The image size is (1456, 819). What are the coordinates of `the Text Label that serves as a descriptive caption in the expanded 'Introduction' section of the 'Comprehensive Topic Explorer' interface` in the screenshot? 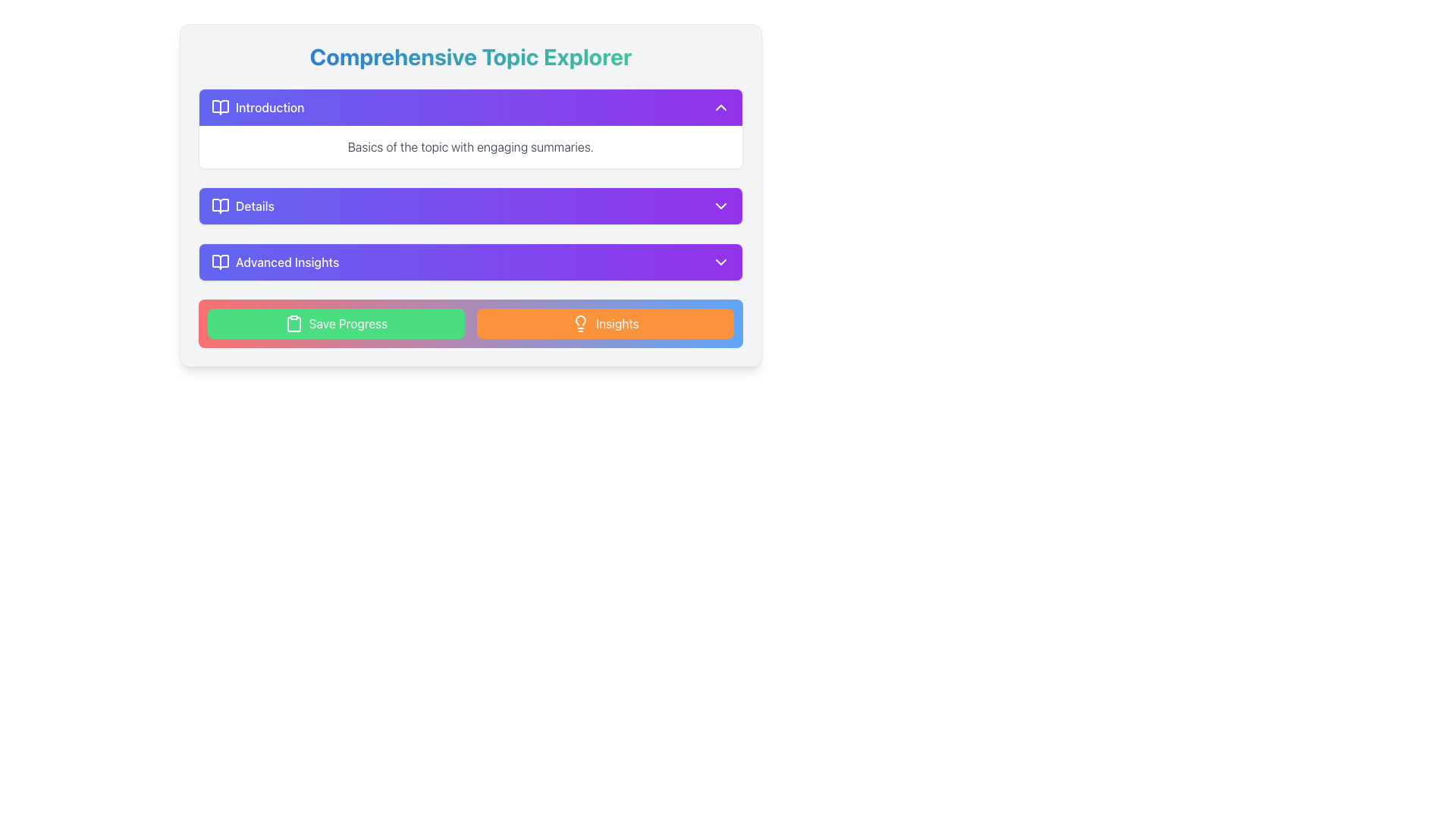 It's located at (469, 146).